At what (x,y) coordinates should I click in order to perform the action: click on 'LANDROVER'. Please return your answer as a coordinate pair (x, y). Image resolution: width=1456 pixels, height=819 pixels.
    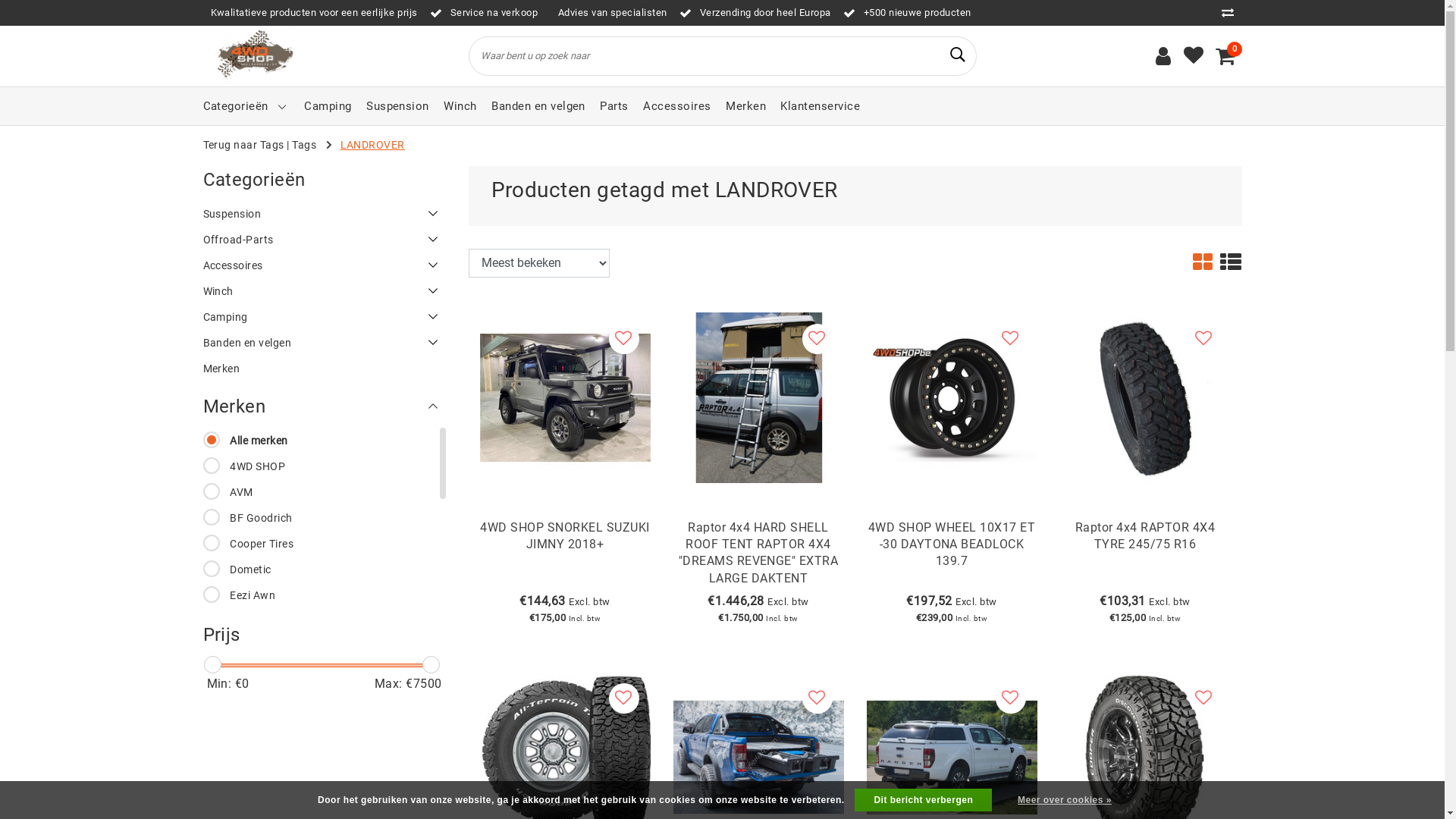
    Looking at the image, I should click on (372, 145).